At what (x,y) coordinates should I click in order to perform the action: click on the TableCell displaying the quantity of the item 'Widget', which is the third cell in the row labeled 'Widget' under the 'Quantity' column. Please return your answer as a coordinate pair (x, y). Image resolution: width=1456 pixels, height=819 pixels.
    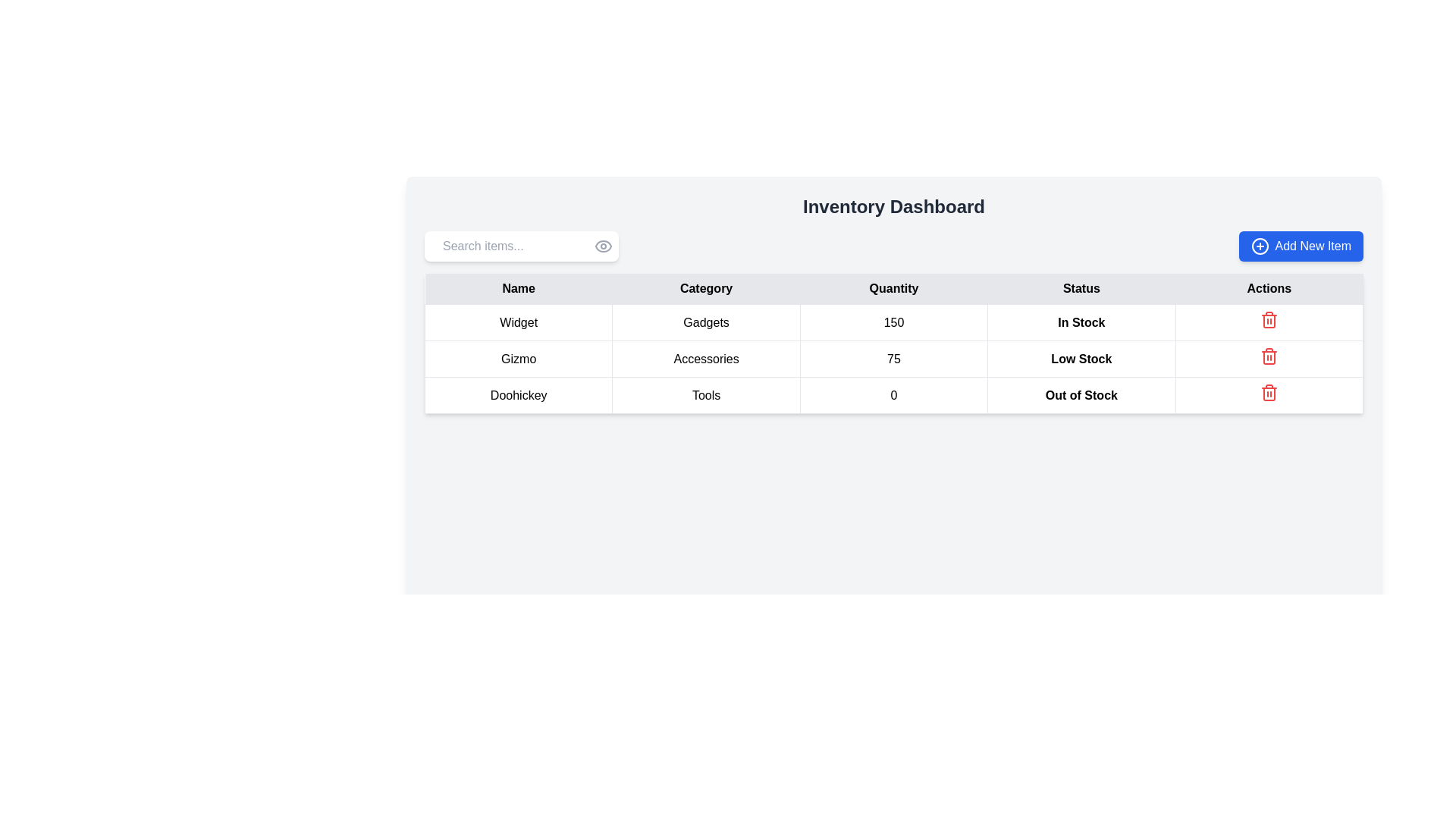
    Looking at the image, I should click on (894, 322).